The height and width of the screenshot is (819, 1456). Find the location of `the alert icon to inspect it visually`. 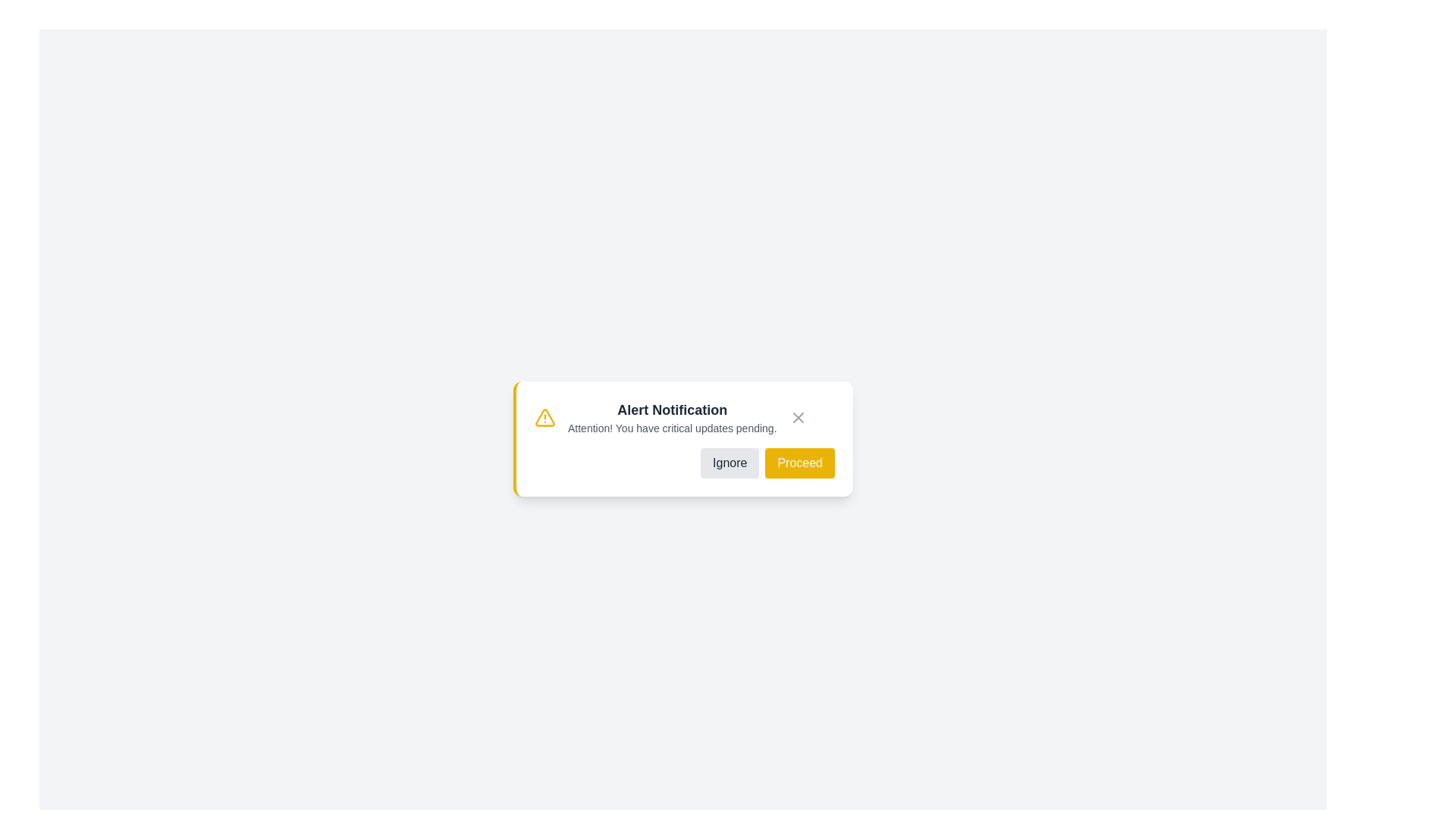

the alert icon to inspect it visually is located at coordinates (545, 418).